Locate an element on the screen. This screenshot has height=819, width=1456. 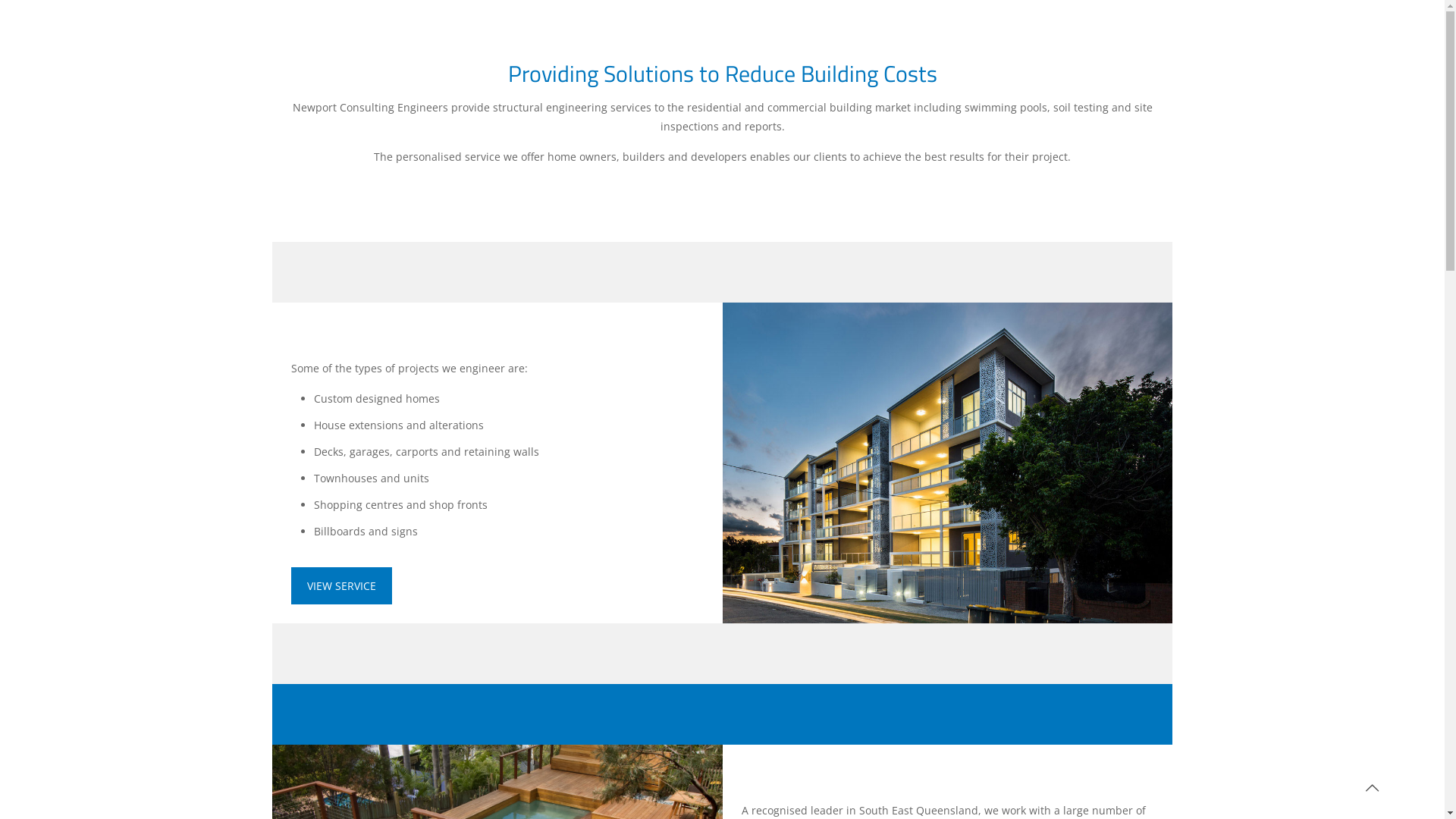
'VIEW SERVICE' is located at coordinates (340, 585).